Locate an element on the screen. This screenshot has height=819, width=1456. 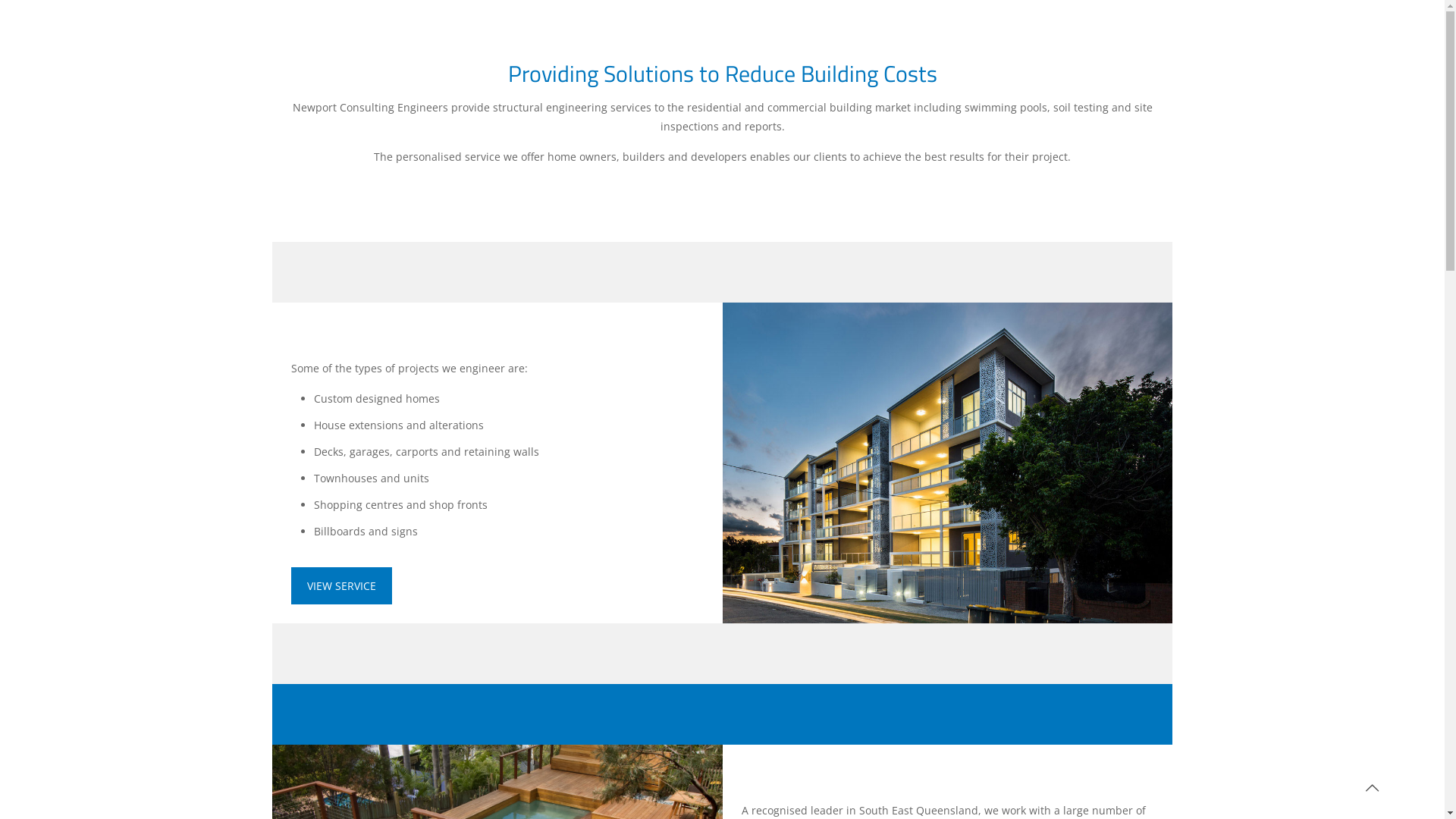
'VIEW SERVICE' is located at coordinates (340, 585).